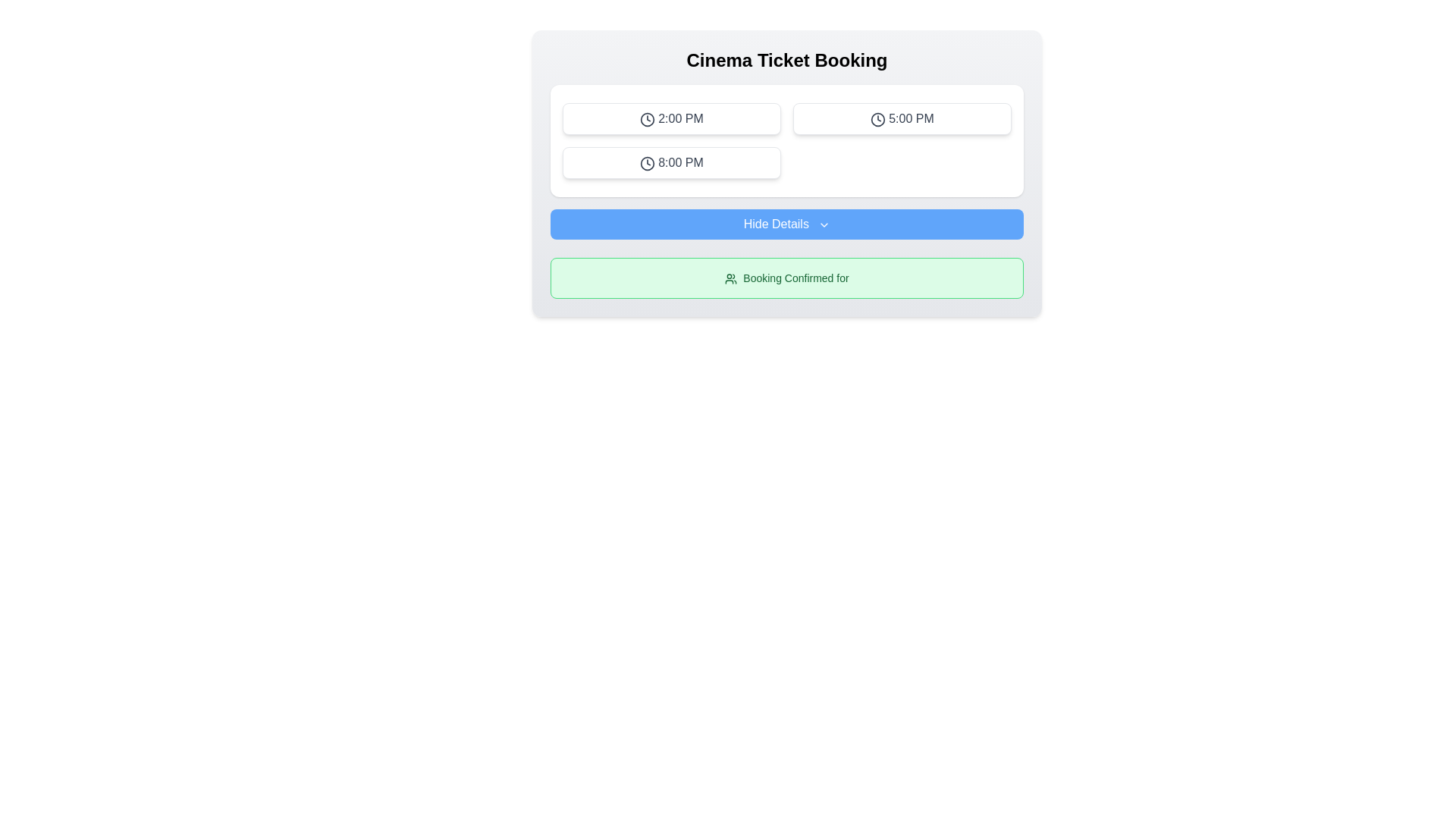 The height and width of the screenshot is (819, 1456). I want to click on the circular icon within the clock graphic that denotes time, located next to the '2:00 PM' label in the upper-left section of the interface, so click(648, 118).